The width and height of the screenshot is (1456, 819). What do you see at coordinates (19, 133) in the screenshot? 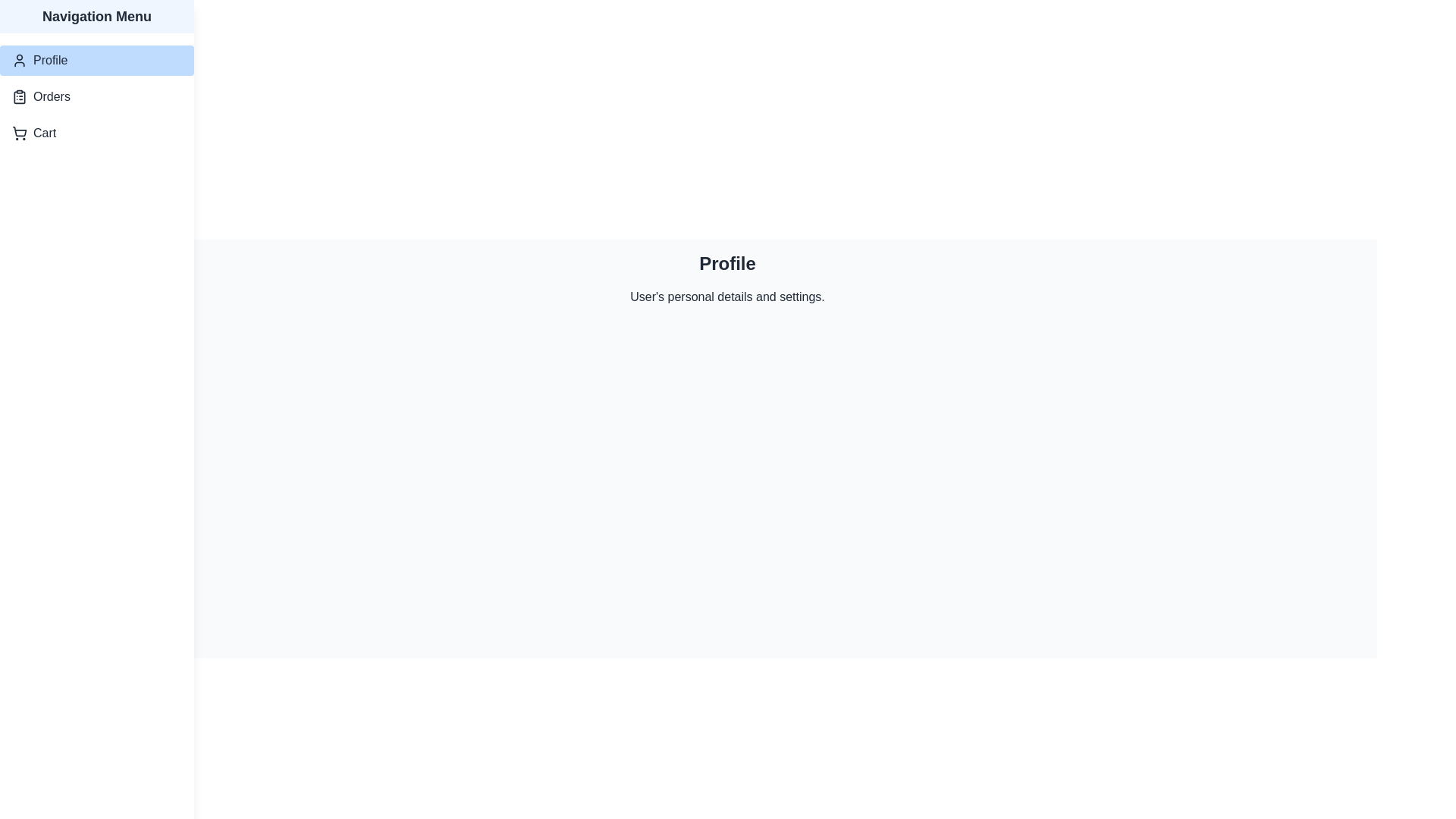
I see `the 'Cart' icon located in the left-side navigation panel` at bounding box center [19, 133].